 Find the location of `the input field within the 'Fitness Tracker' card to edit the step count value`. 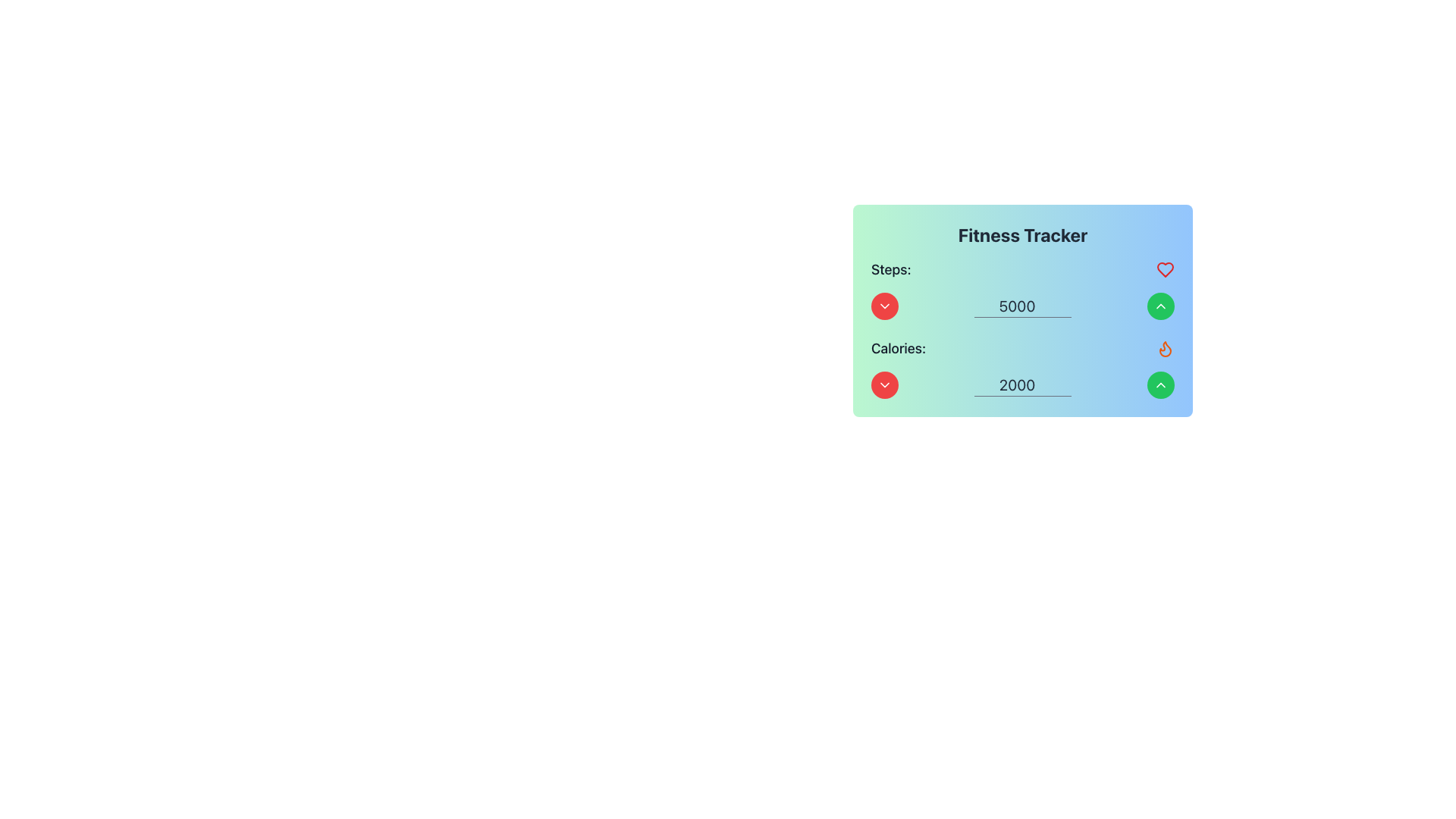

the input field within the 'Fitness Tracker' card to edit the step count value is located at coordinates (1022, 289).